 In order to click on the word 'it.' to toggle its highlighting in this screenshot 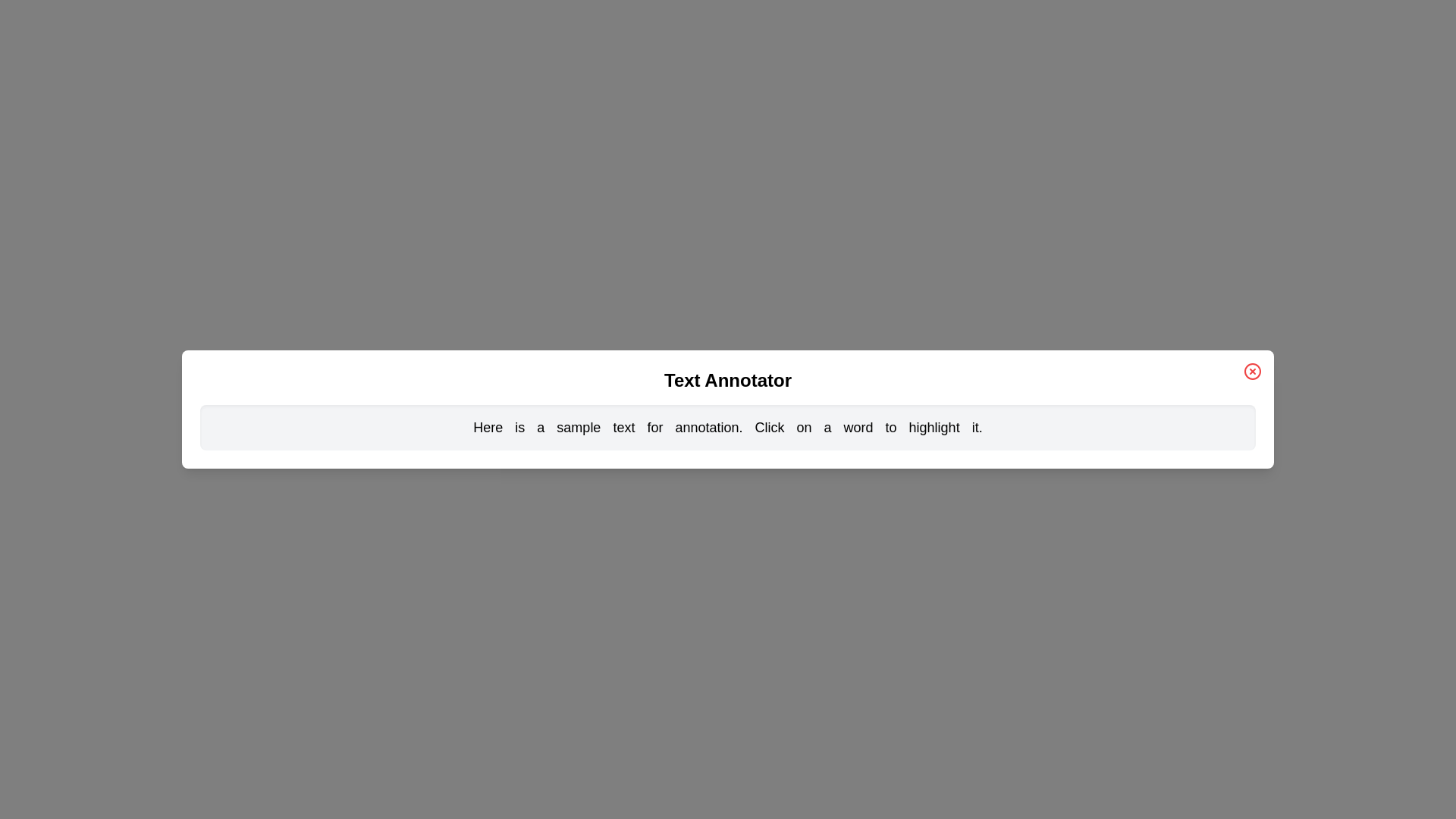, I will do `click(977, 427)`.